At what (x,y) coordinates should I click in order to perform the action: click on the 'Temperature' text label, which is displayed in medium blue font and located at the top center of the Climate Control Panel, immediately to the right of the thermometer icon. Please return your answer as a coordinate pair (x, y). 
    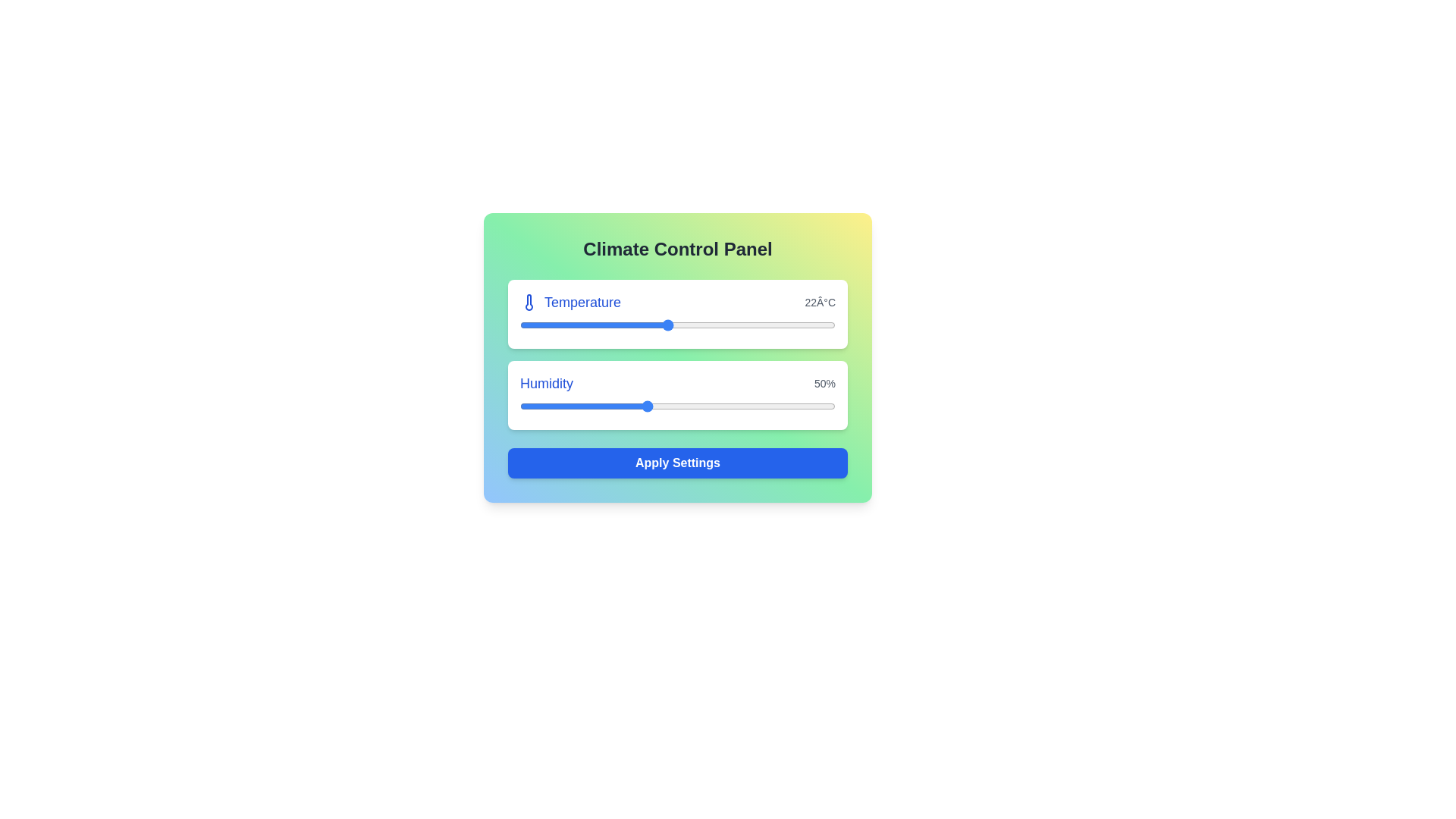
    Looking at the image, I should click on (570, 302).